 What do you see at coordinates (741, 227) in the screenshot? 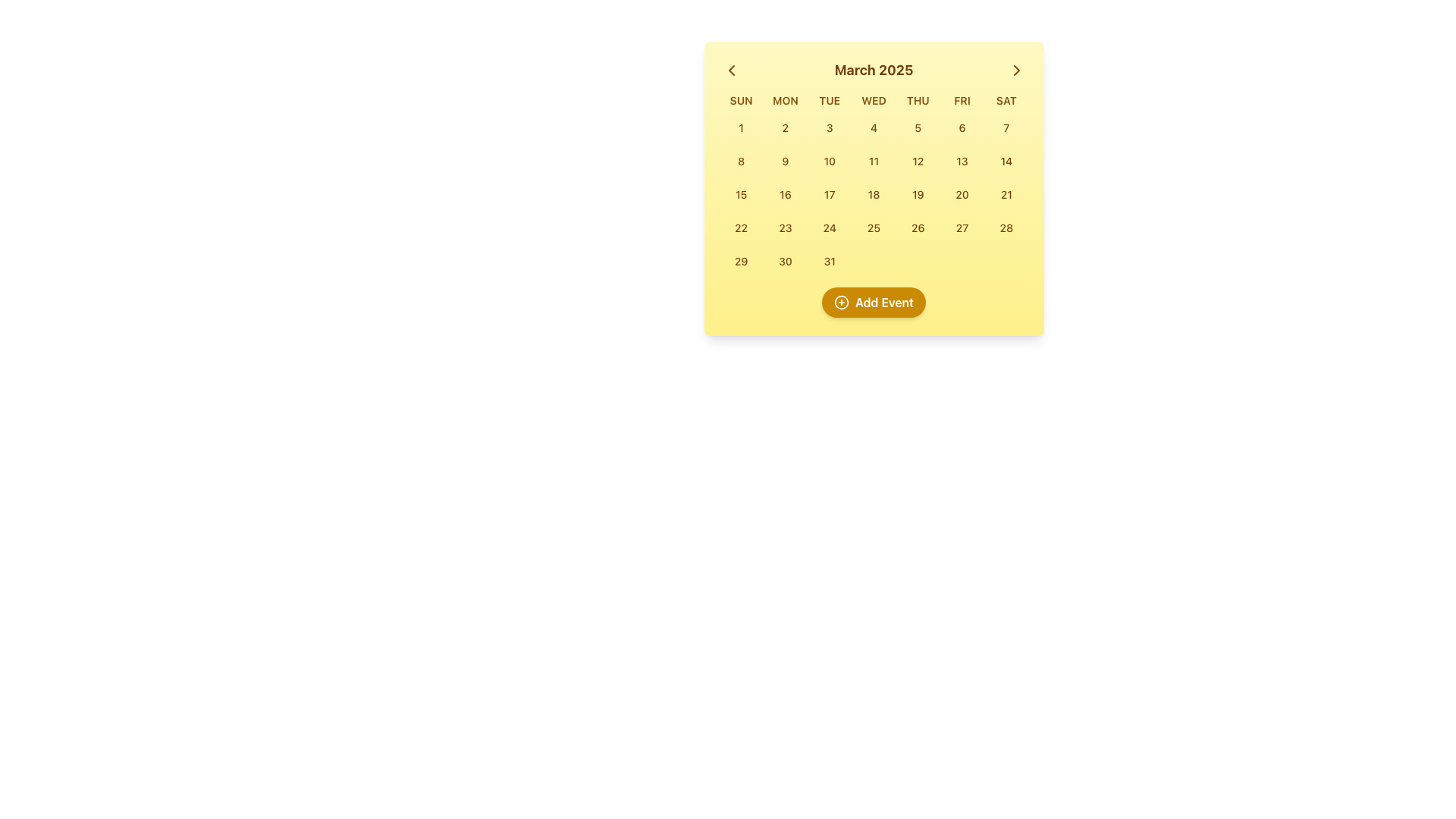
I see `the text label displaying '22' in the calendar component` at bounding box center [741, 227].